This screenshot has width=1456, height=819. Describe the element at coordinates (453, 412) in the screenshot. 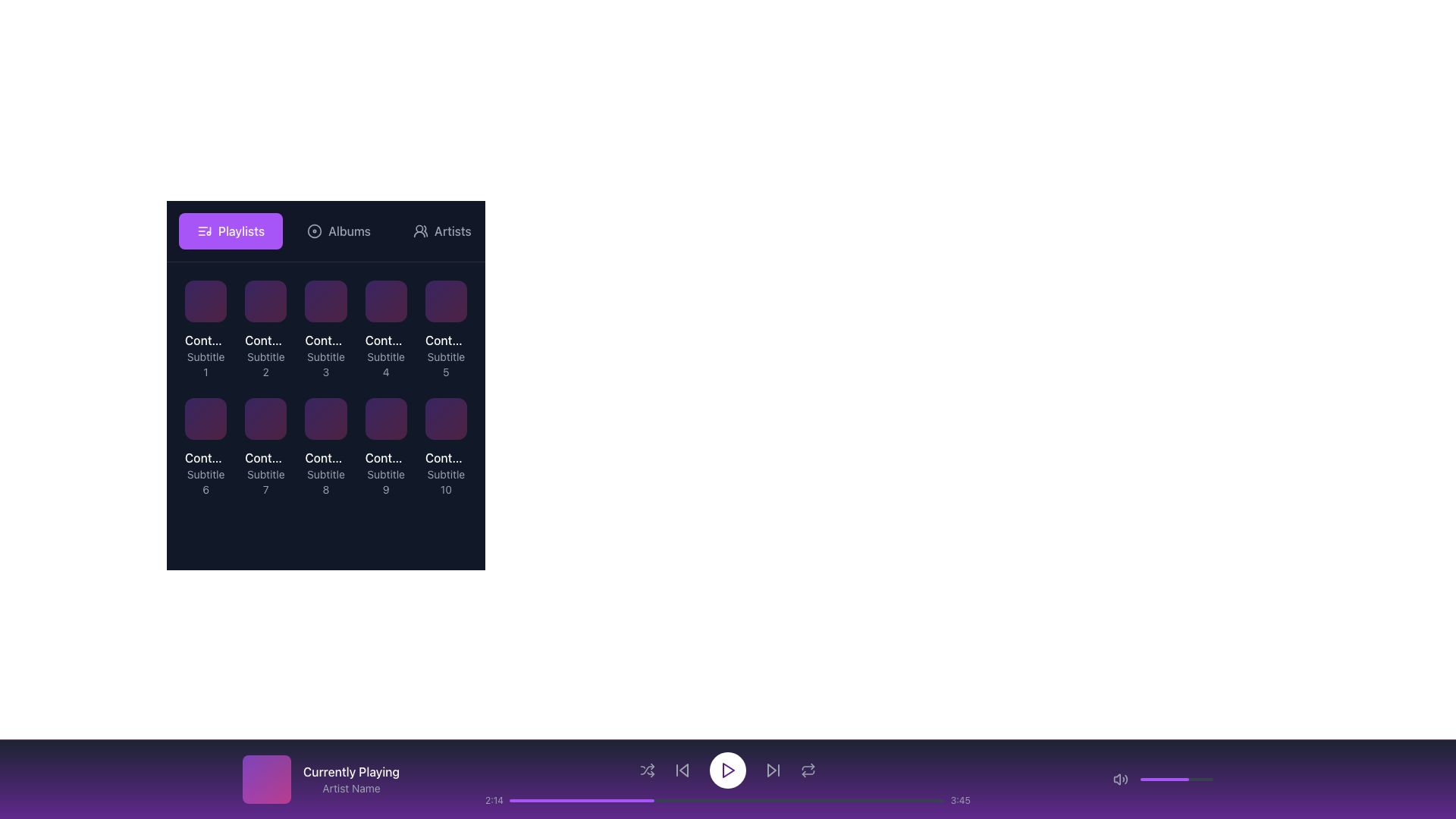

I see `the like button represented by a heart symbol located at the top-right corner of the card for Content Title 10, which is the last item in the last row of the grid` at that location.